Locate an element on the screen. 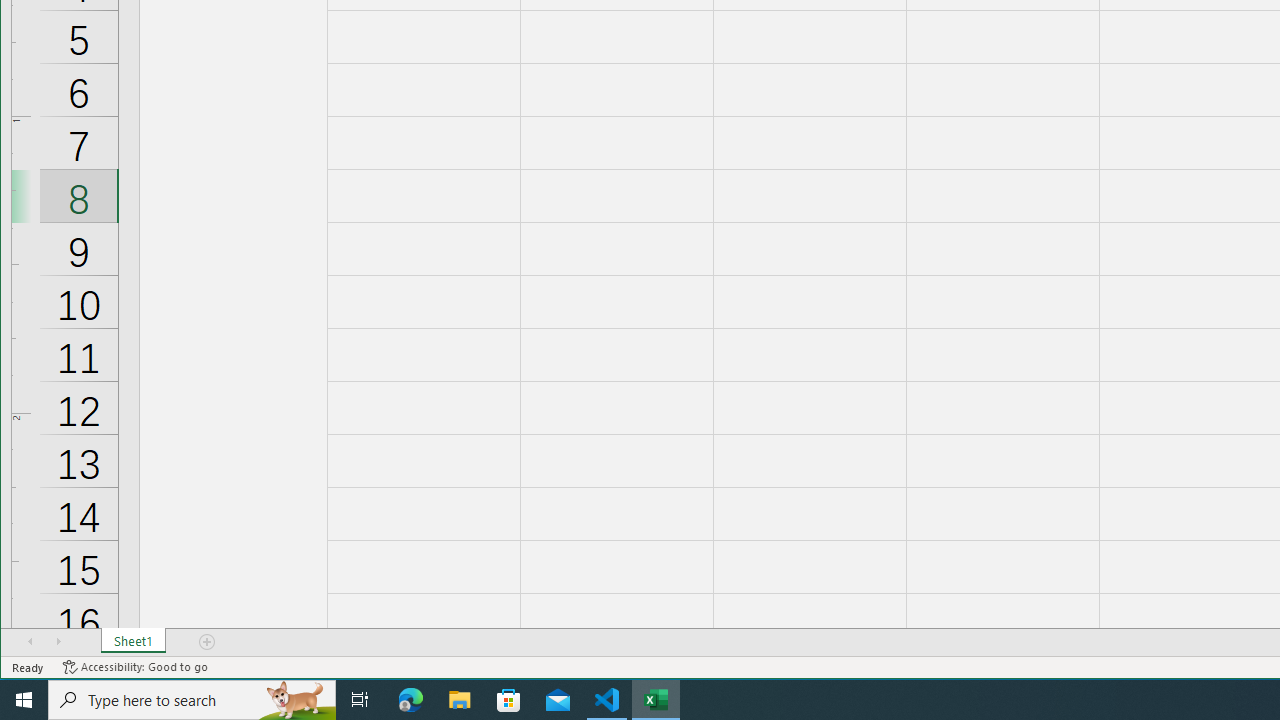 The width and height of the screenshot is (1280, 720). 'Search highlights icon opens search home window' is located at coordinates (294, 698).